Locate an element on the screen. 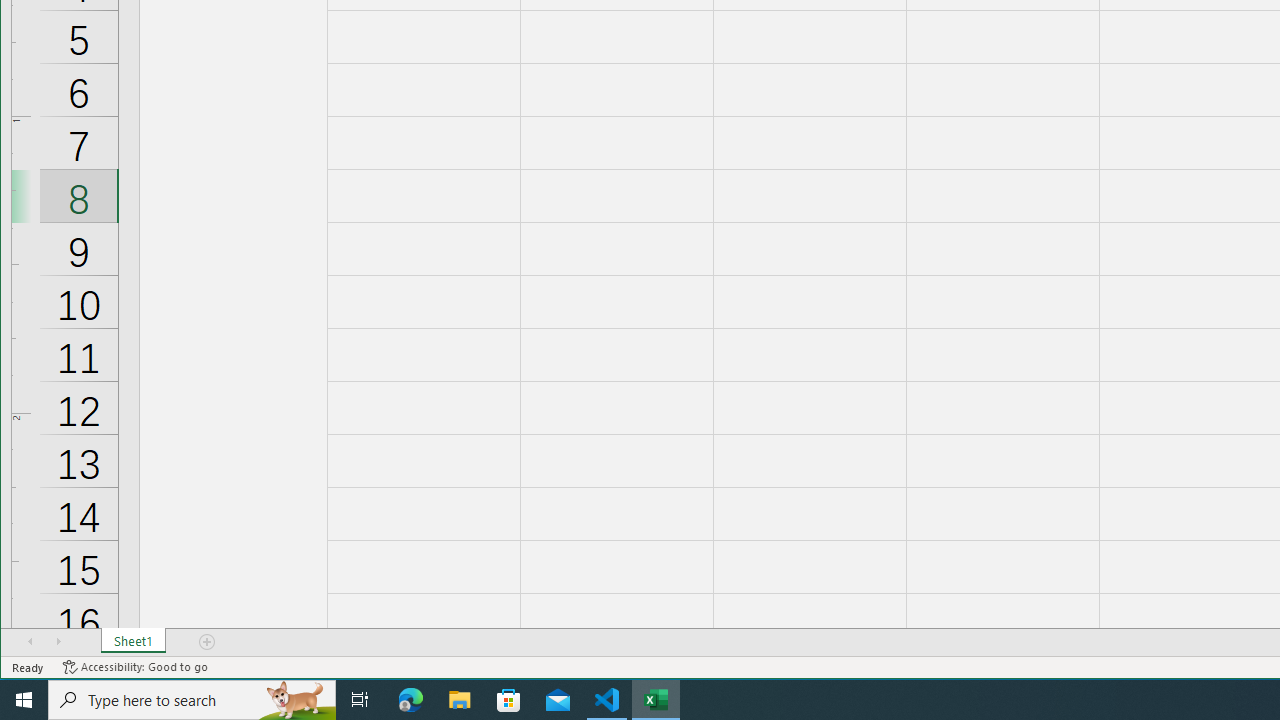 The width and height of the screenshot is (1280, 720). 'Search highlights icon opens search home window' is located at coordinates (294, 698).